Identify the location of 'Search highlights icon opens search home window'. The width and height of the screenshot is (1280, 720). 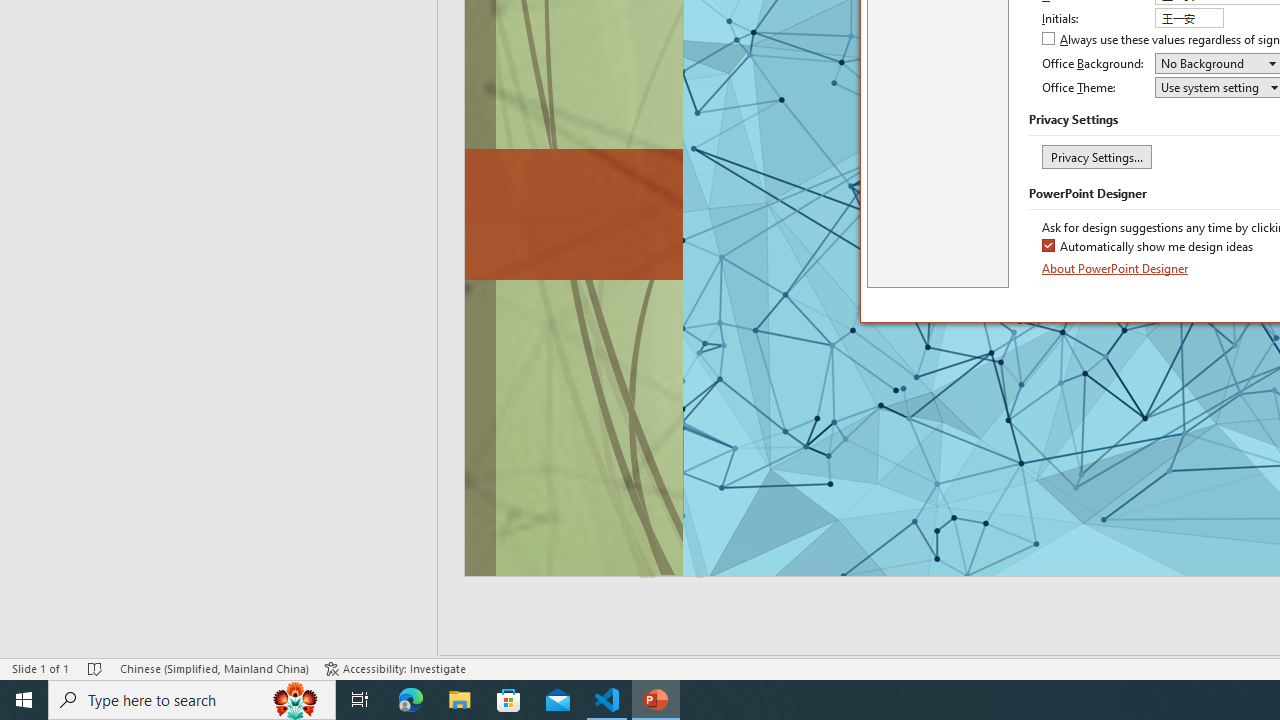
(294, 698).